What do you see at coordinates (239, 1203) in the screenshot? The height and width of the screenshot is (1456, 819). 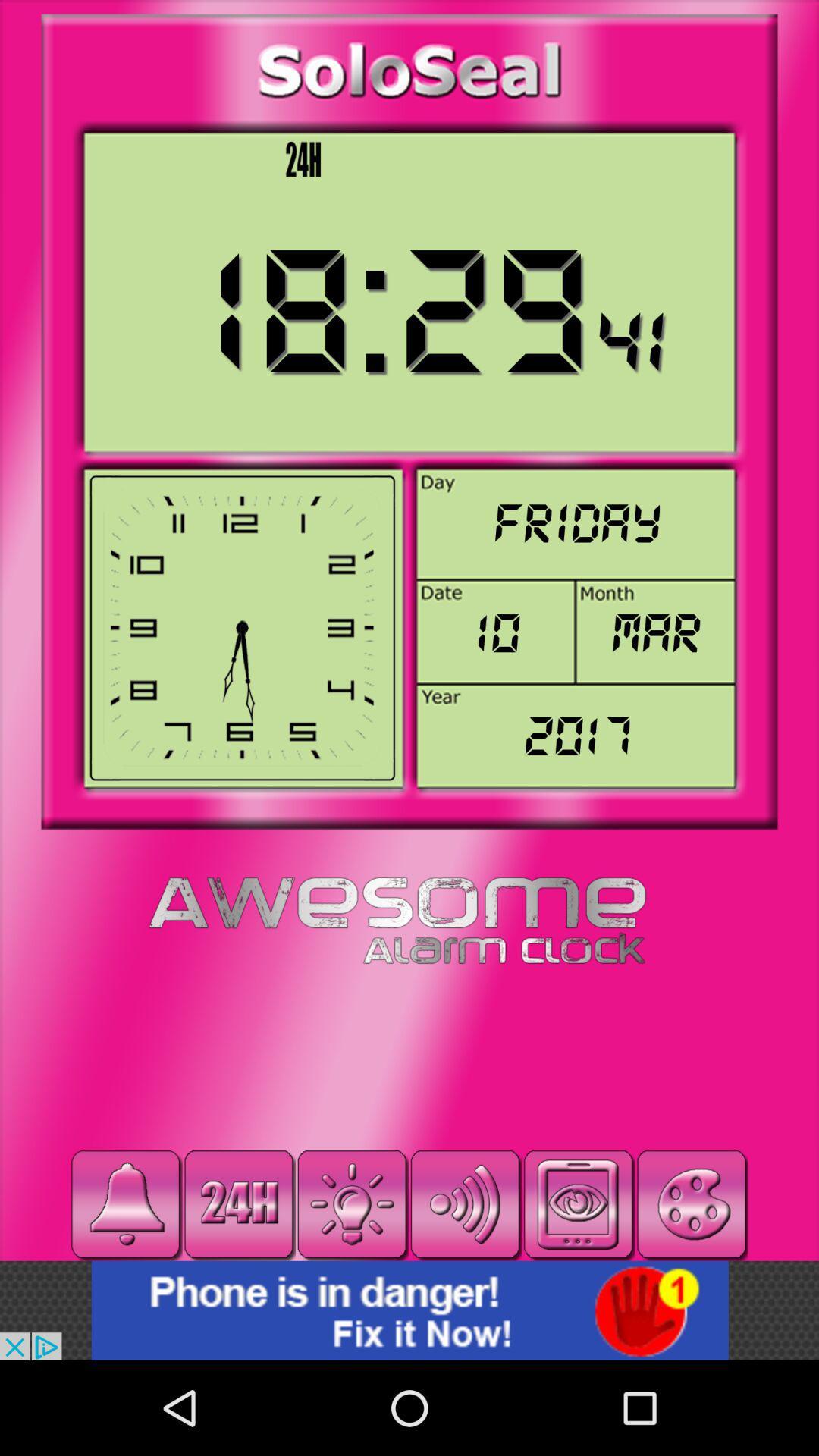 I see `time format` at bounding box center [239, 1203].